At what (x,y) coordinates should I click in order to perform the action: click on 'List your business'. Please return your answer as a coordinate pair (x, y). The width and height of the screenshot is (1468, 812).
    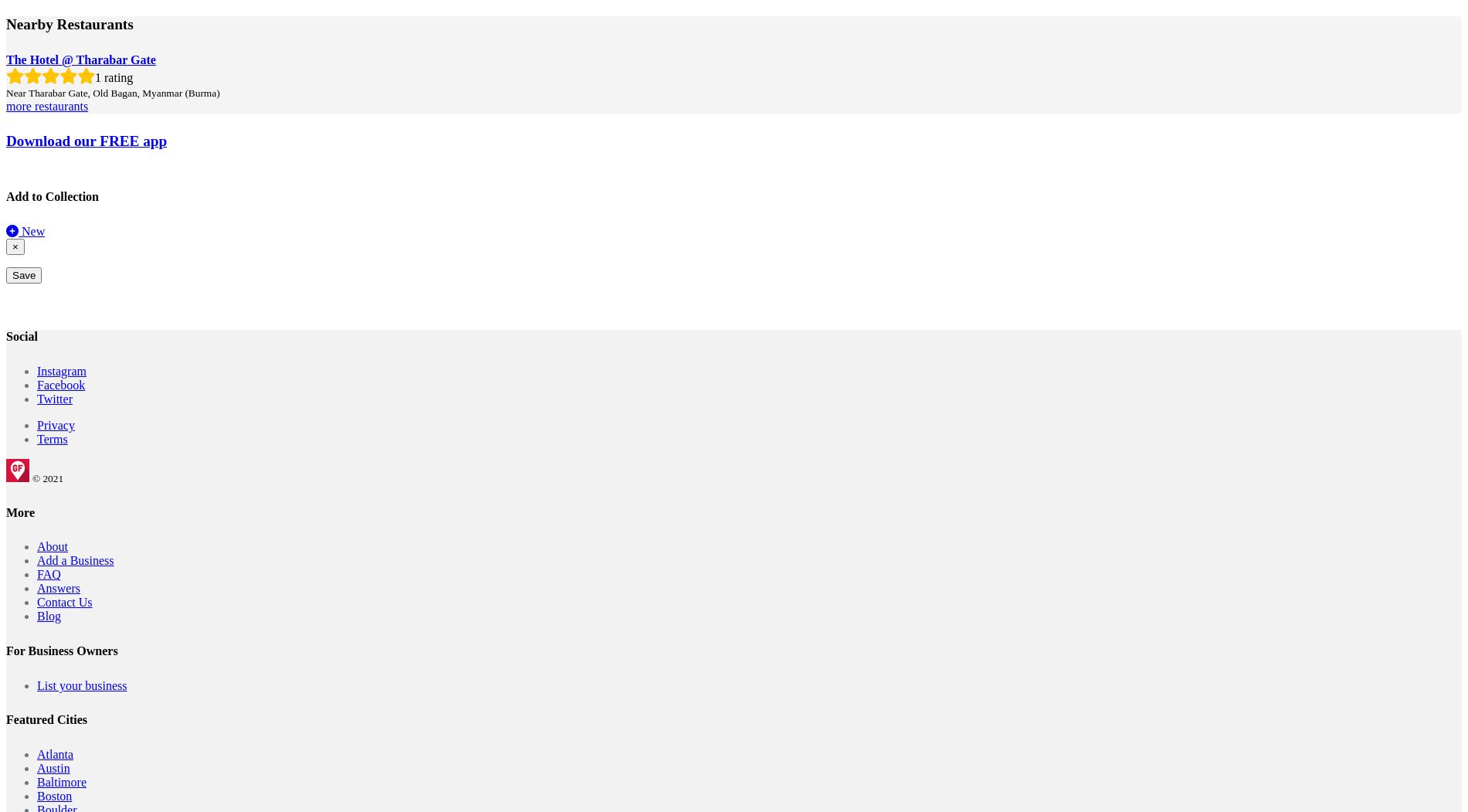
    Looking at the image, I should click on (37, 684).